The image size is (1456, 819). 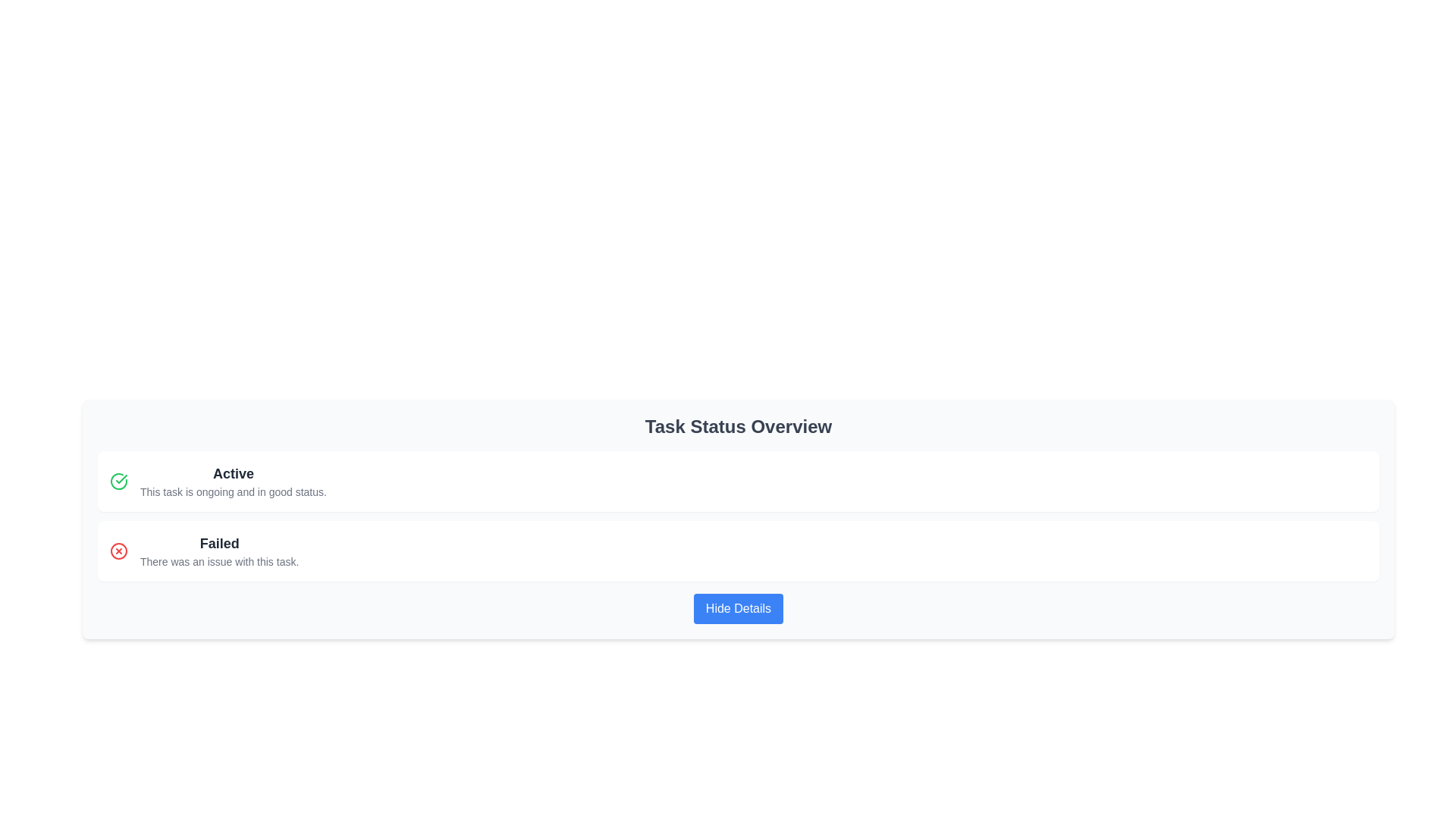 I want to click on attributes of the failure status icon located at the far-left side of the row labeled 'Failed', which precedes the text 'Failed', so click(x=124, y=551).